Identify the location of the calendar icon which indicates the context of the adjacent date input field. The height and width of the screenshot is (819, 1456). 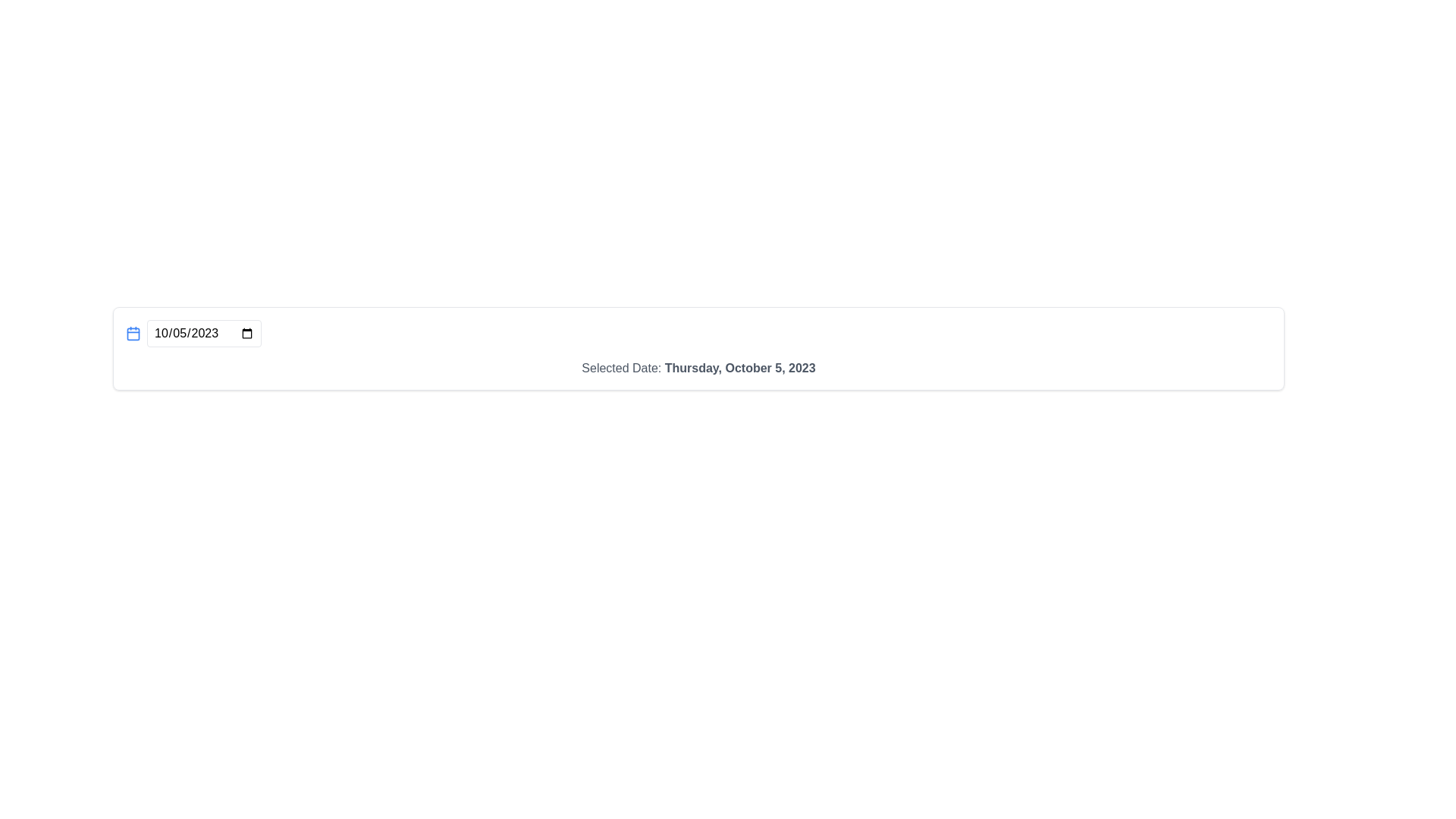
(133, 332).